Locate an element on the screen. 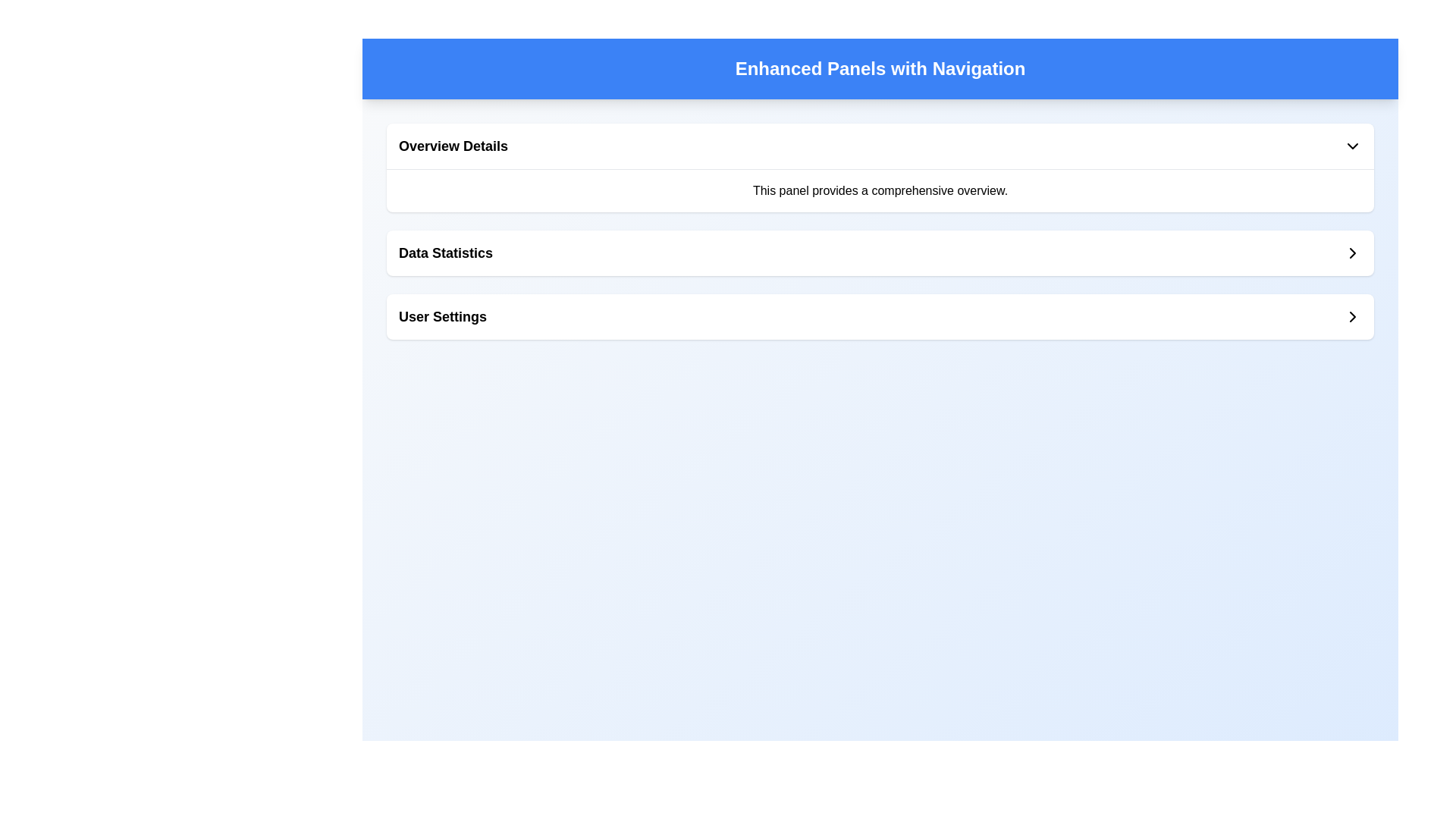 This screenshot has height=819, width=1456. the static text header that displays 'Enhanced Panels with Navigation', which is bold and large, set against a blue background is located at coordinates (880, 69).